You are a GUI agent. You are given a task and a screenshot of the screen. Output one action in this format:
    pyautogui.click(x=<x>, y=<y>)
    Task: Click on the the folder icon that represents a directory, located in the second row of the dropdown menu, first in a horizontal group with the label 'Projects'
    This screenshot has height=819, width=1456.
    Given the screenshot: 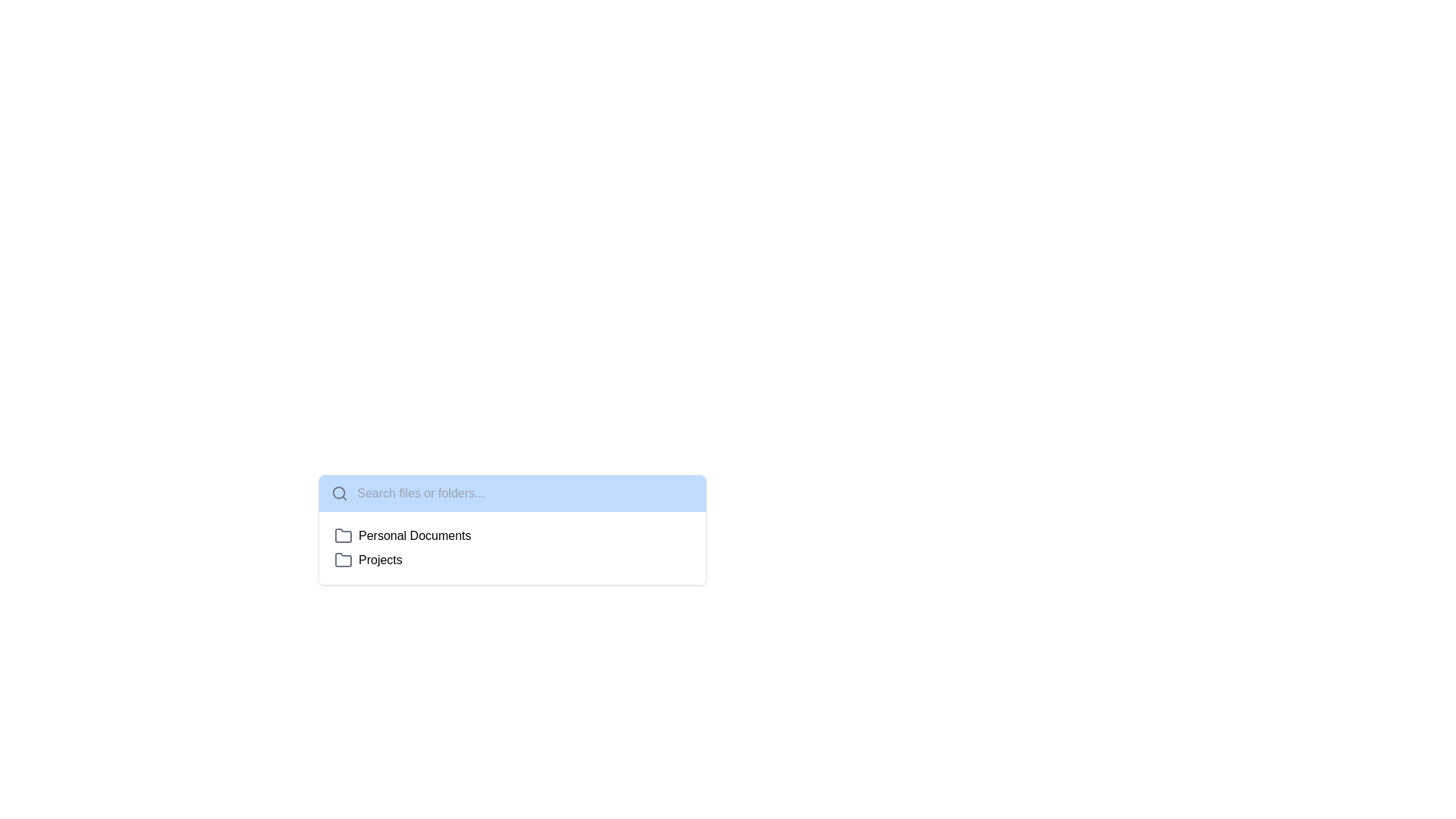 What is the action you would take?
    pyautogui.click(x=342, y=560)
    